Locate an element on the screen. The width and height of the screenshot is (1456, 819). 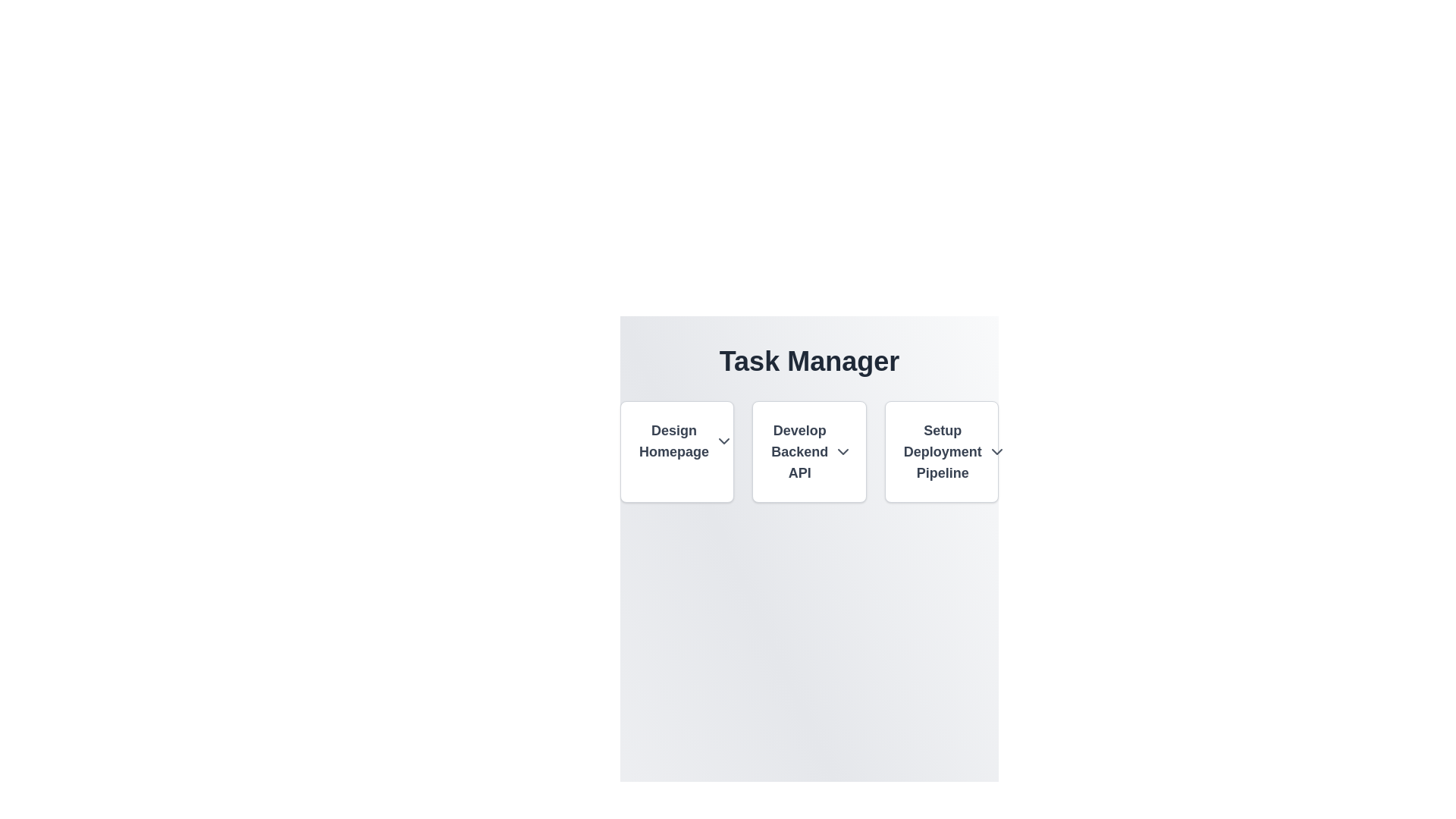
text content of the Text Label that is positioned within the card following the 'Develop Backend API' card, which labels the card it resides in is located at coordinates (942, 451).